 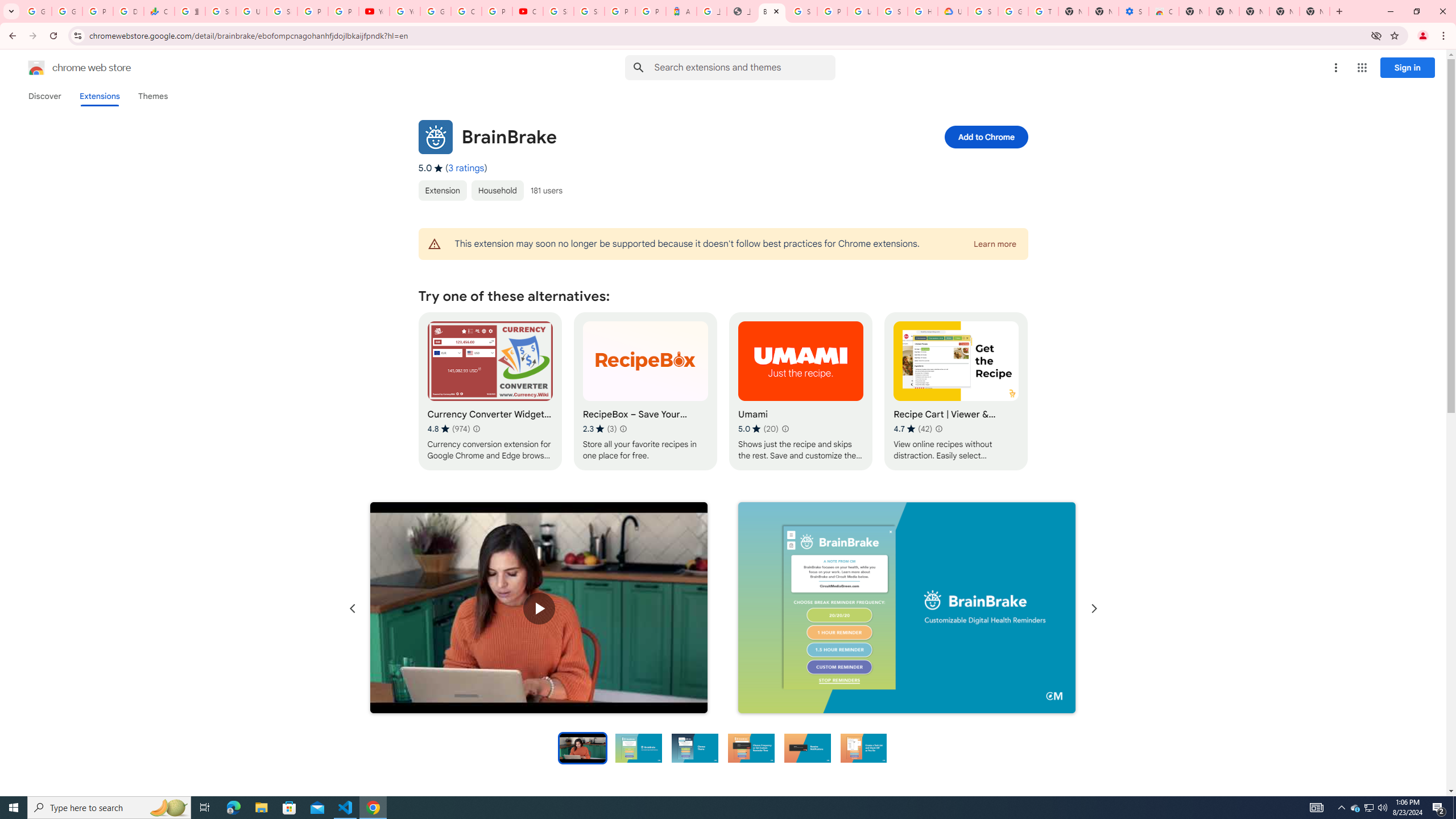 What do you see at coordinates (100, 96) in the screenshot?
I see `'Extensions'` at bounding box center [100, 96].